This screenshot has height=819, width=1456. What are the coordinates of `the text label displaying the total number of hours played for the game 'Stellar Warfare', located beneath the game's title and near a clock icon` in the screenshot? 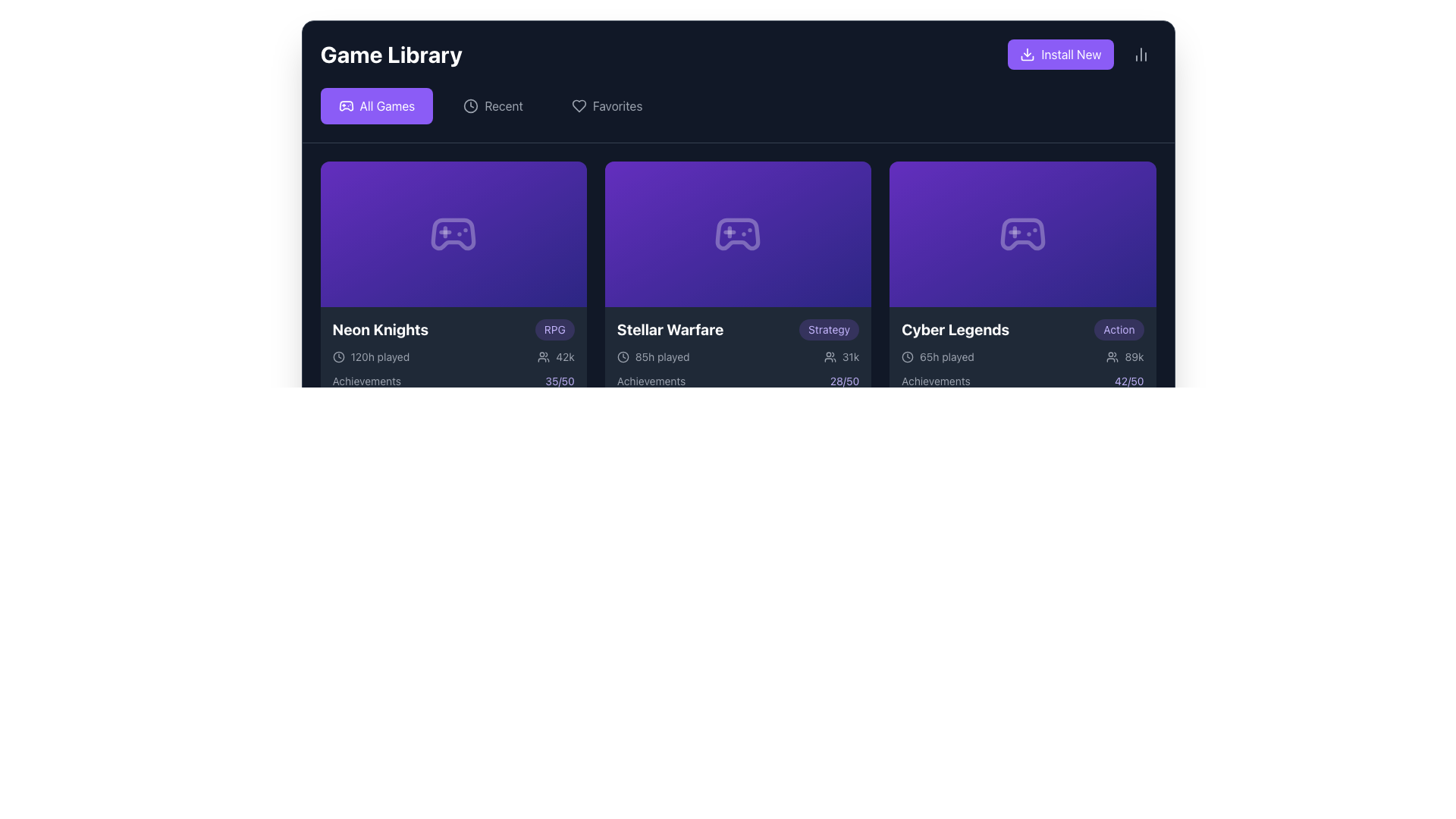 It's located at (662, 356).